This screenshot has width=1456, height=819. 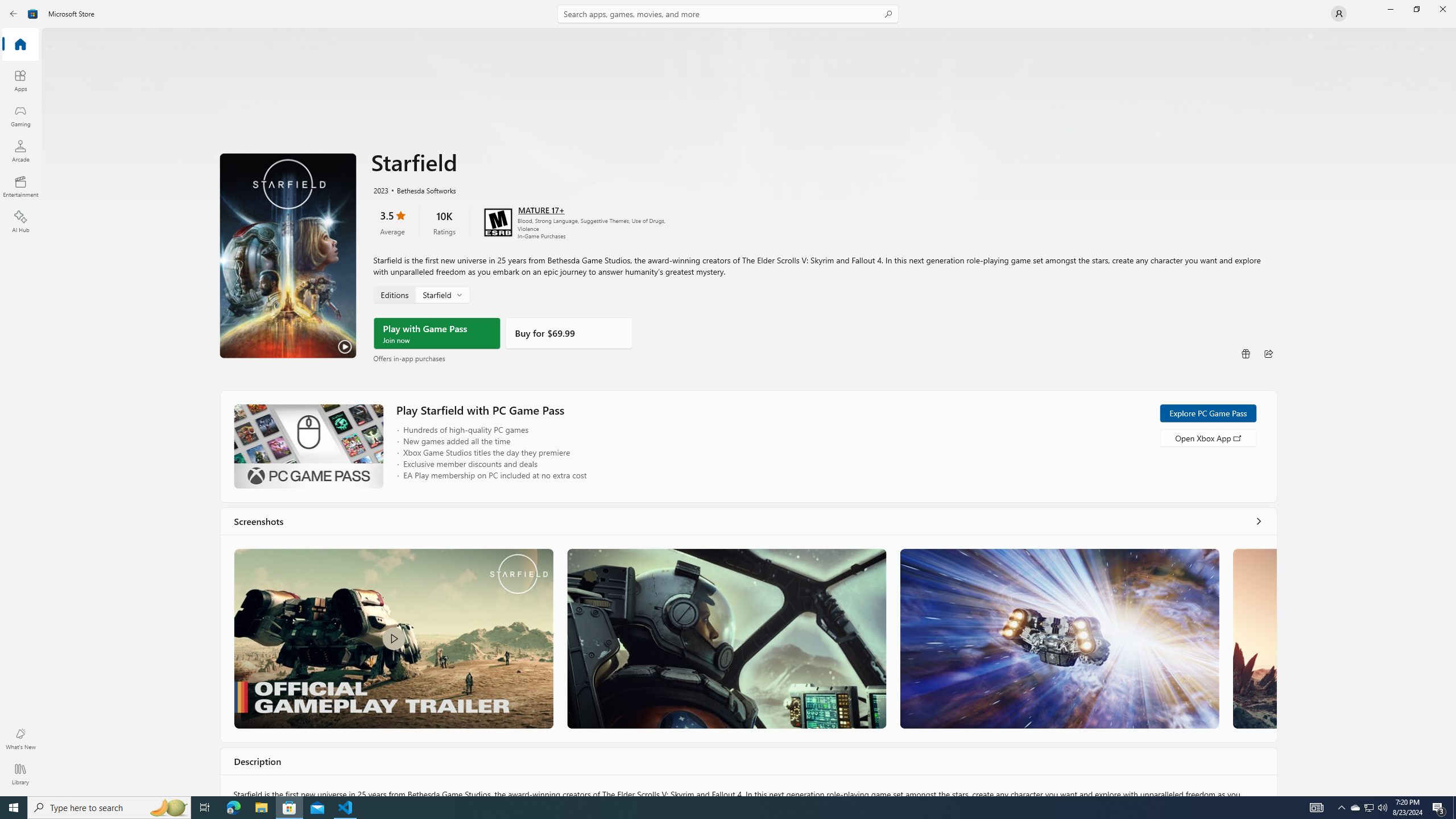 I want to click on '3.5 stars. Click to skip to ratings and reviews', so click(x=391, y=222).